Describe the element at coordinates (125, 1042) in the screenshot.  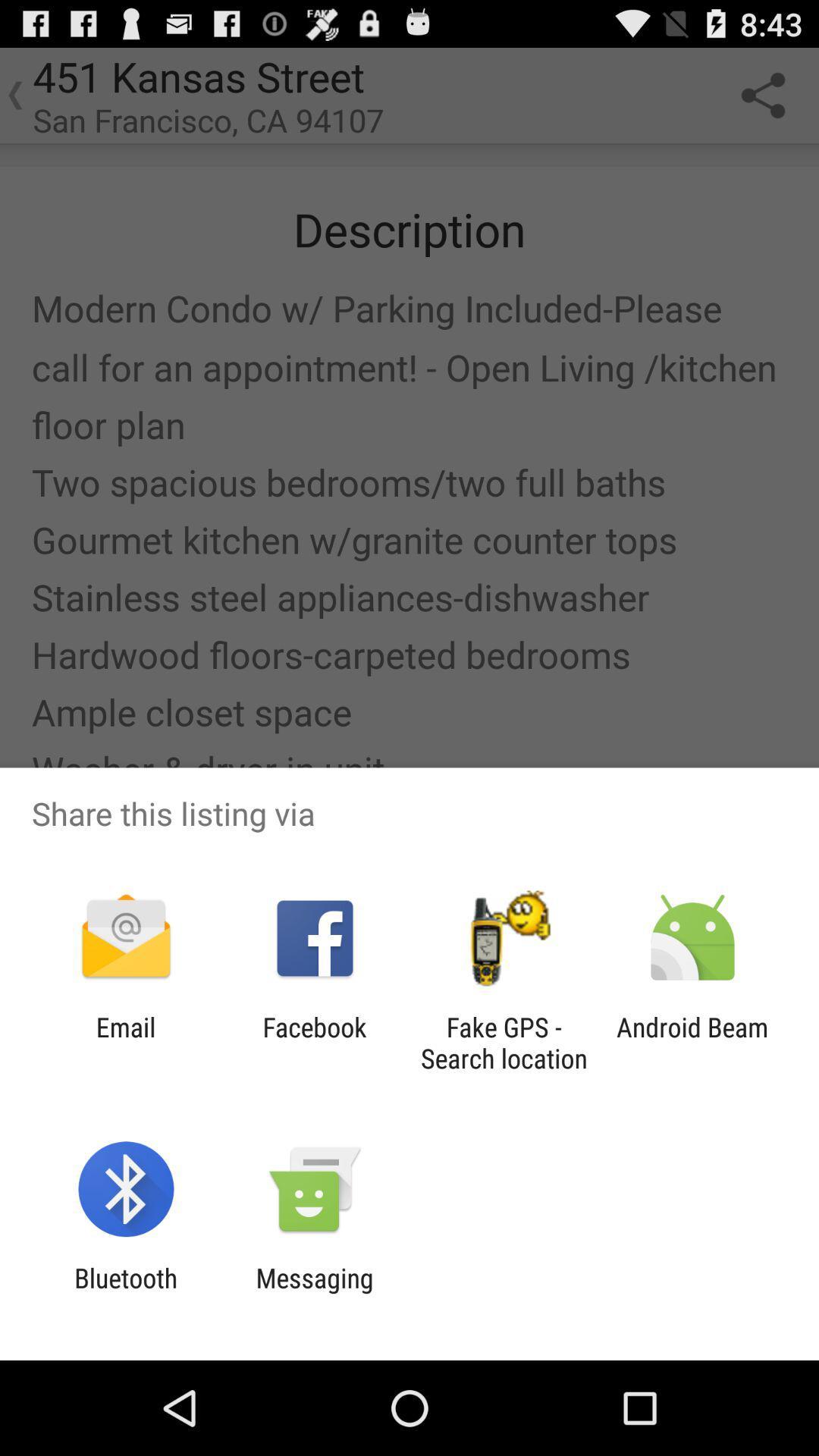
I see `email item` at that location.